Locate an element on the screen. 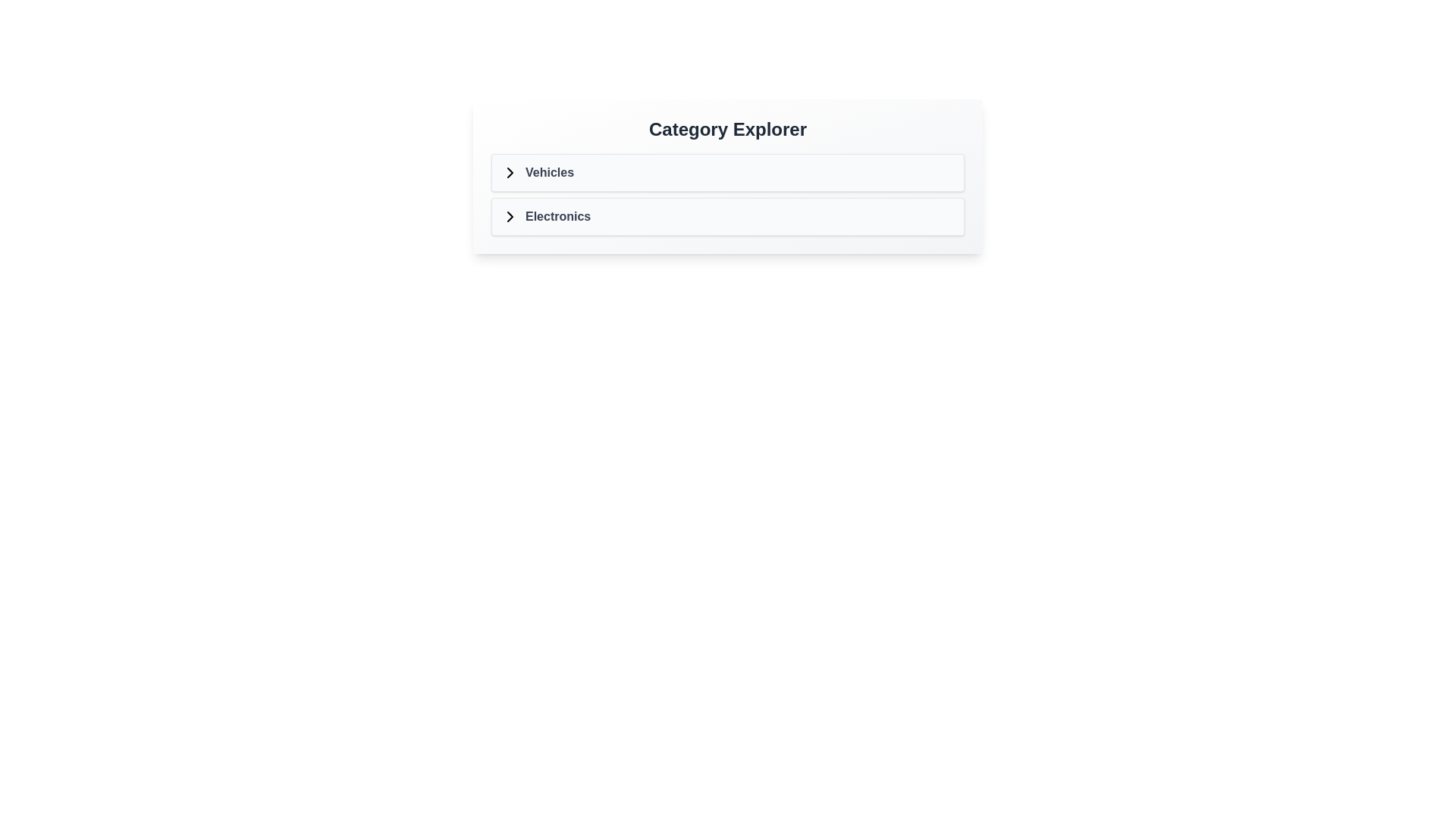 This screenshot has height=819, width=1456. the 'Electronics' category selector element, which is the second entry under the 'Category Explorer' heading, located directly beneath the 'Vehicles' entry is located at coordinates (546, 216).